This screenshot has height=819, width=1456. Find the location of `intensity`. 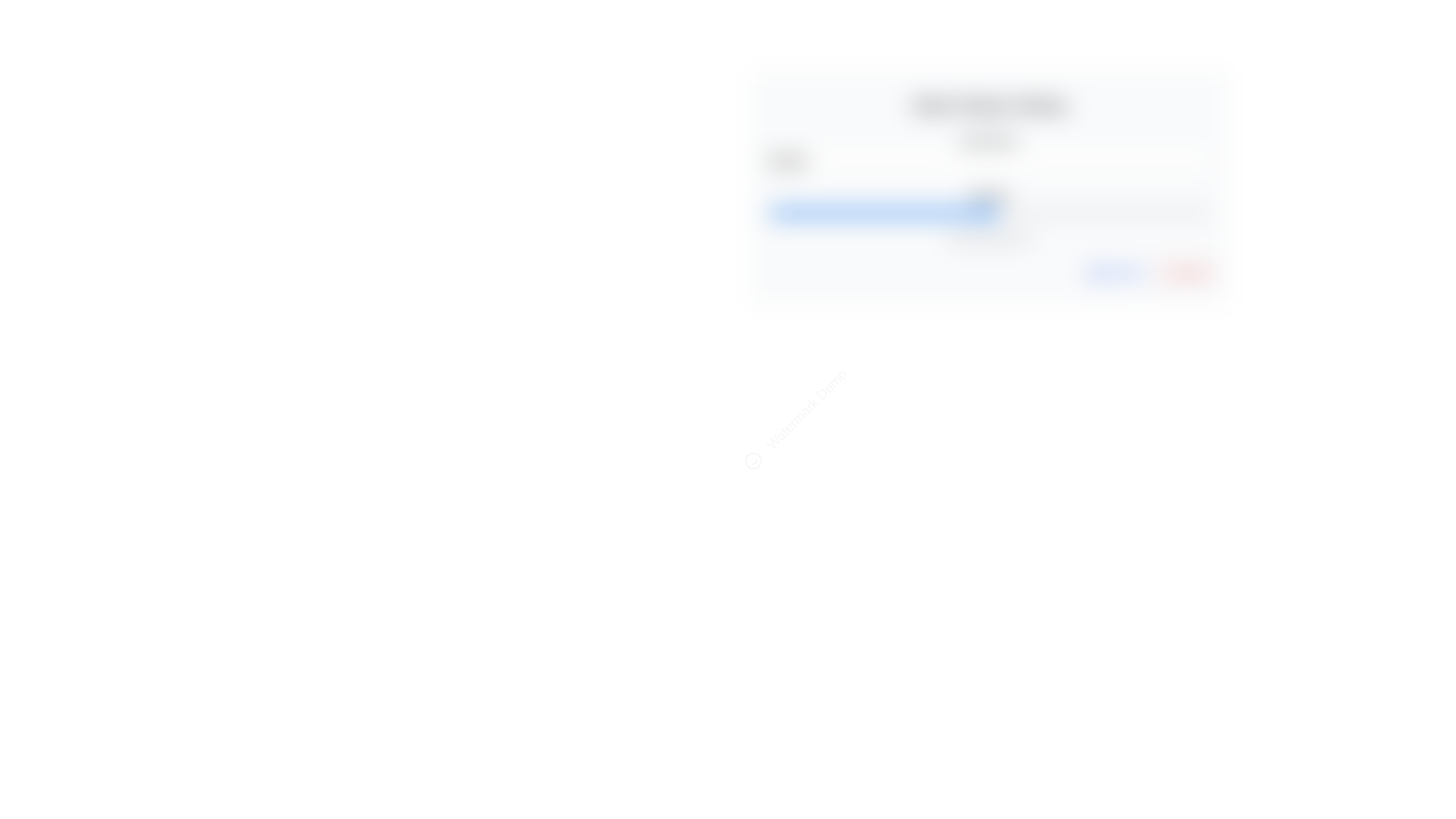

intensity is located at coordinates (1200, 213).